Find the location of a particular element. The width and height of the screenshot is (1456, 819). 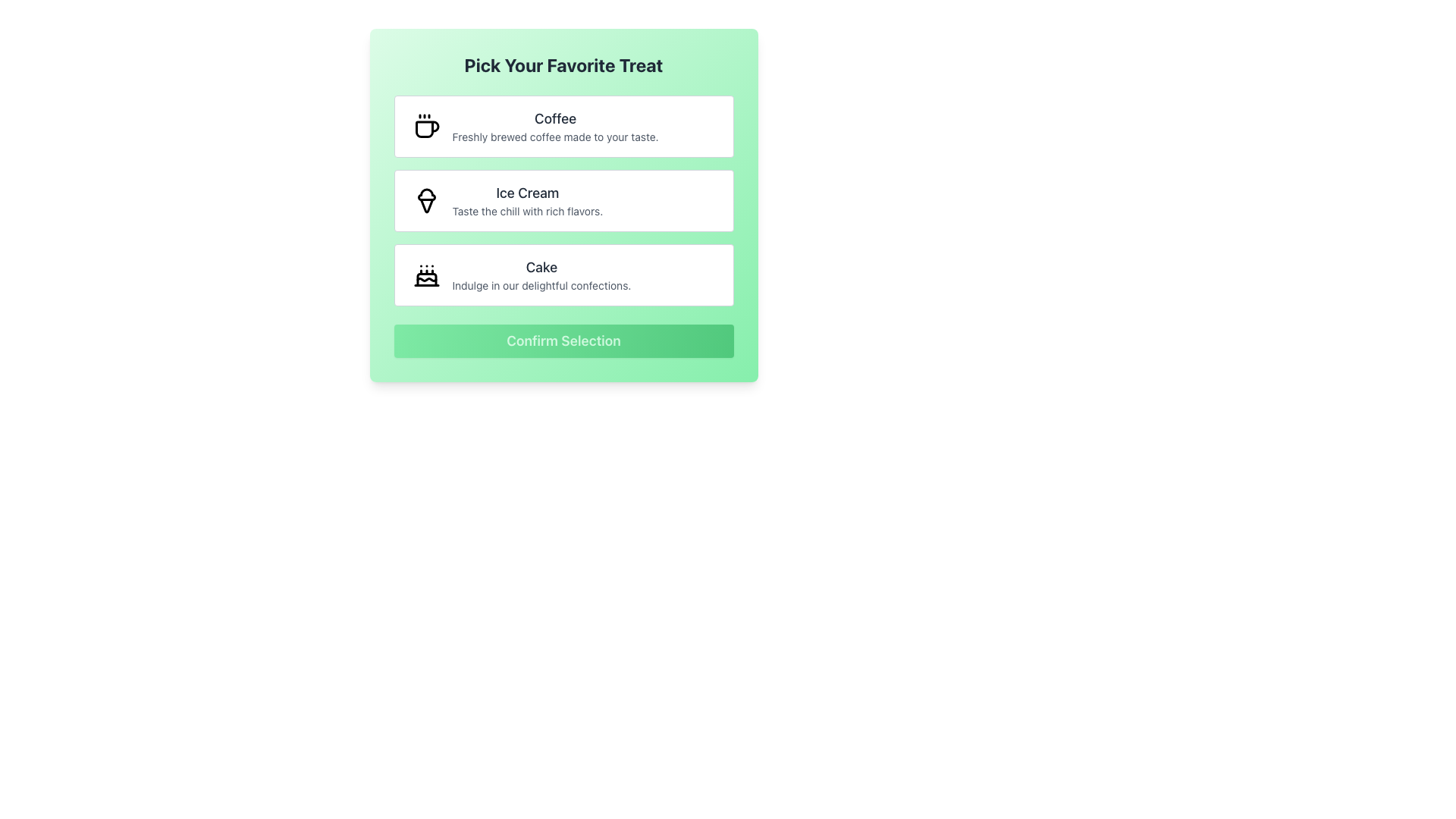

the Text Display element that shows the label and description for the 'Cake' option, which is centrally positioned as the third option in the list is located at coordinates (541, 275).